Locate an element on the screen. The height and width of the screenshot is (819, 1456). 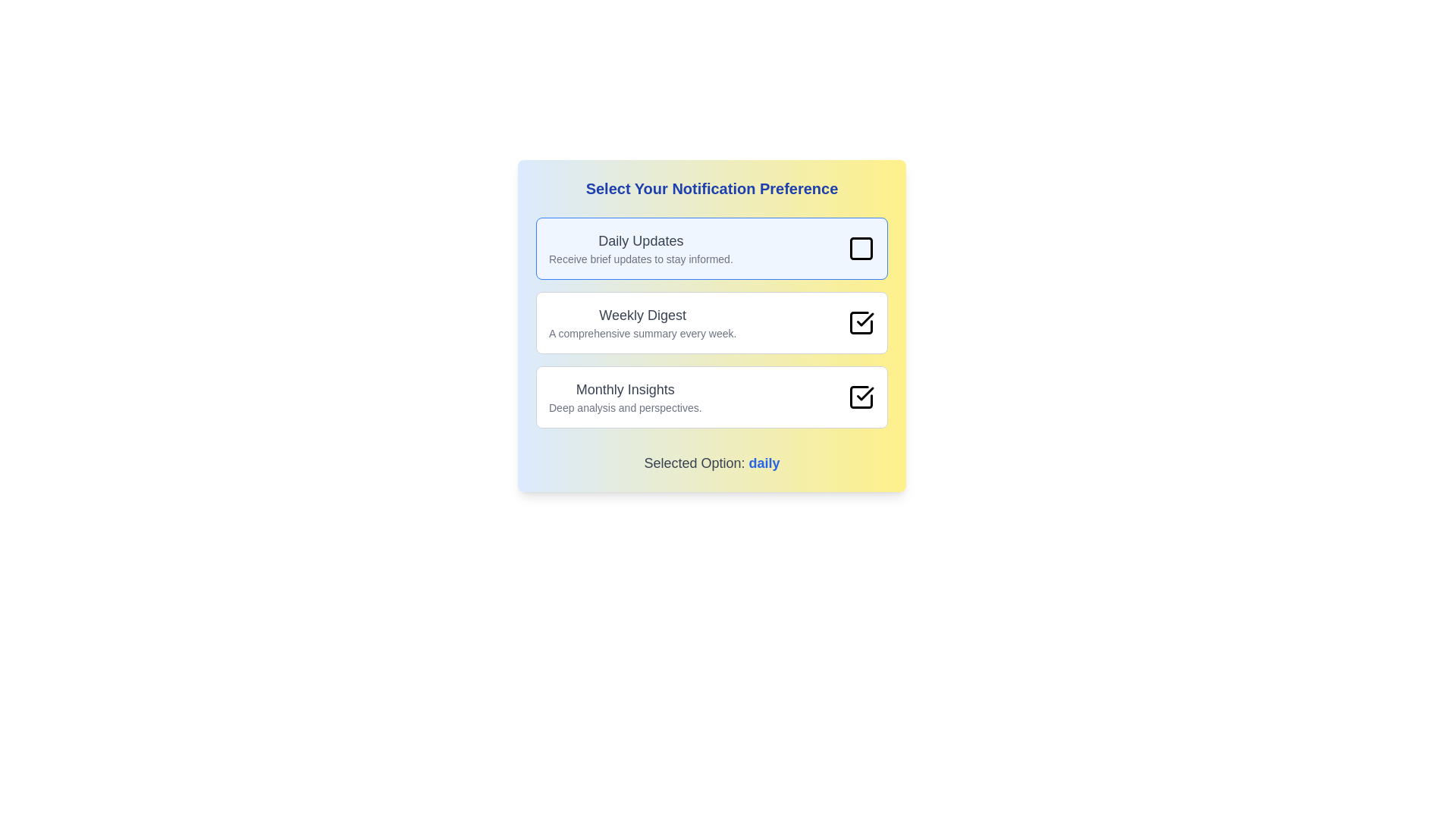
the checkbox located at the top-right section of the 'Daily Updates' option is located at coordinates (861, 247).